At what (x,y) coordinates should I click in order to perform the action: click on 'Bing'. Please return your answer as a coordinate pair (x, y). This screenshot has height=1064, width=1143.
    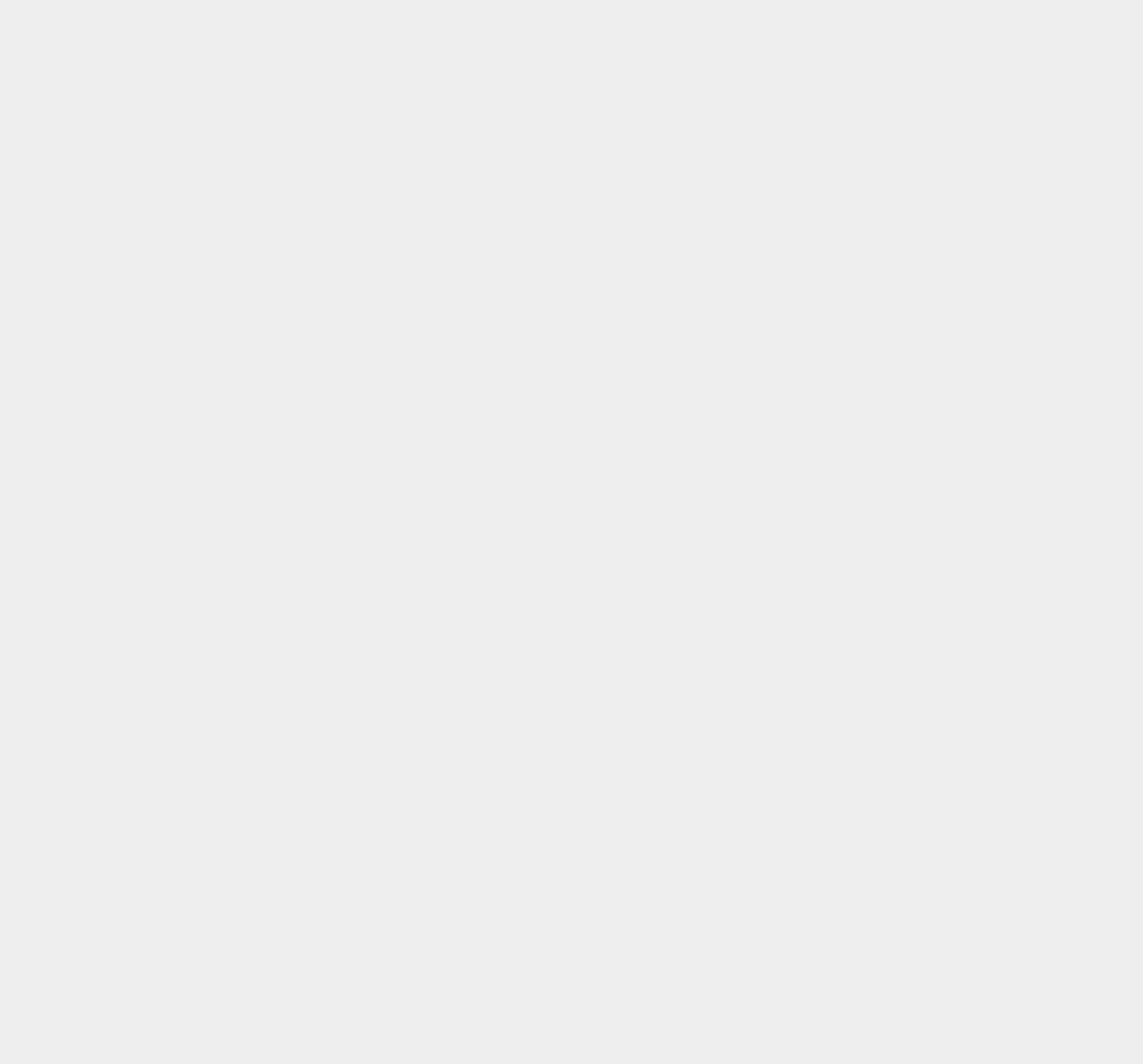
    Looking at the image, I should click on (820, 51).